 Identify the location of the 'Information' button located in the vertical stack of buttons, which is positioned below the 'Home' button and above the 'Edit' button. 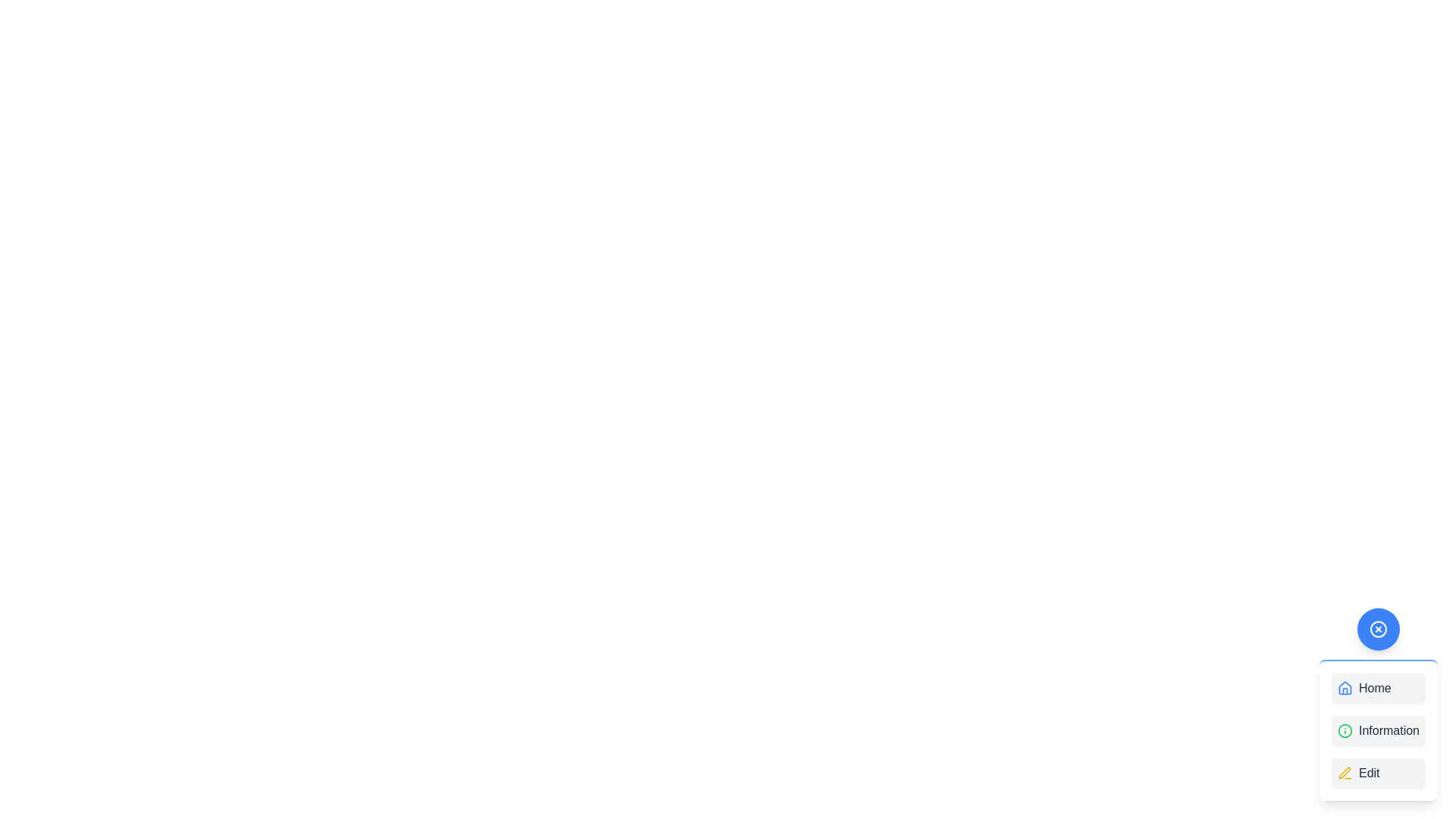
(1379, 730).